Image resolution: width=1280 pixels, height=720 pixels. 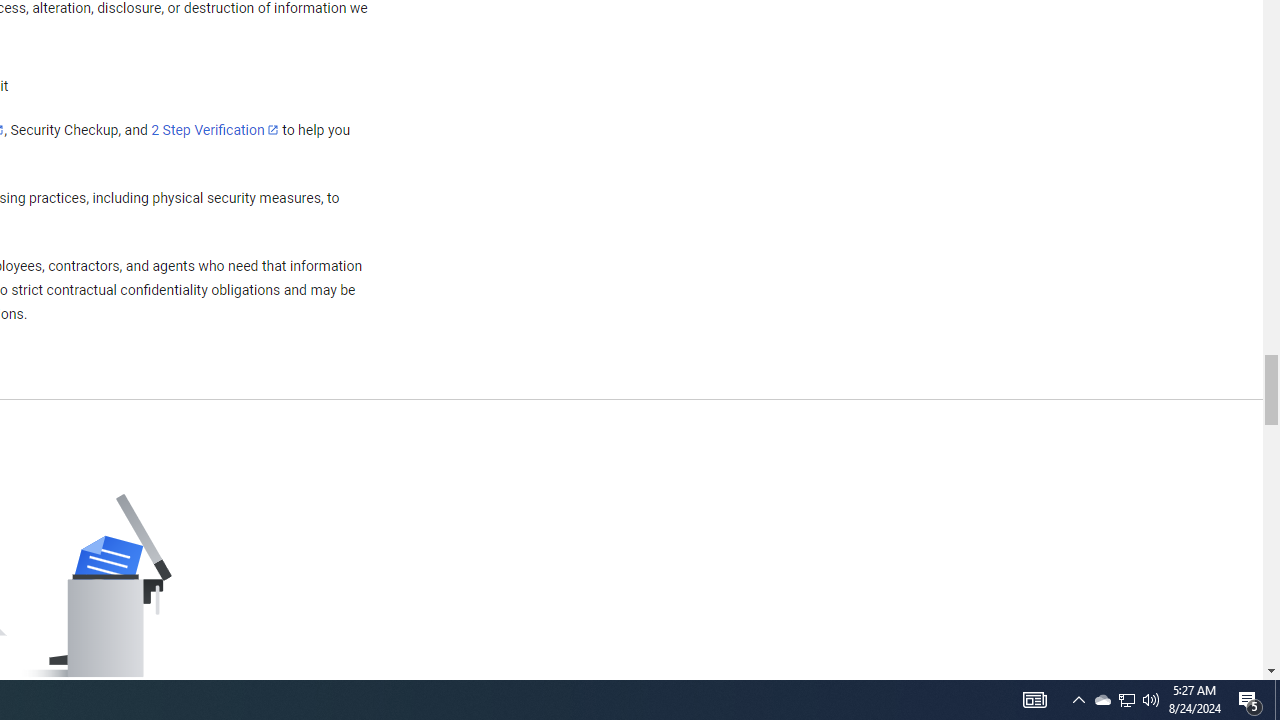 What do you see at coordinates (215, 129) in the screenshot?
I see `'2 Step Verification'` at bounding box center [215, 129].